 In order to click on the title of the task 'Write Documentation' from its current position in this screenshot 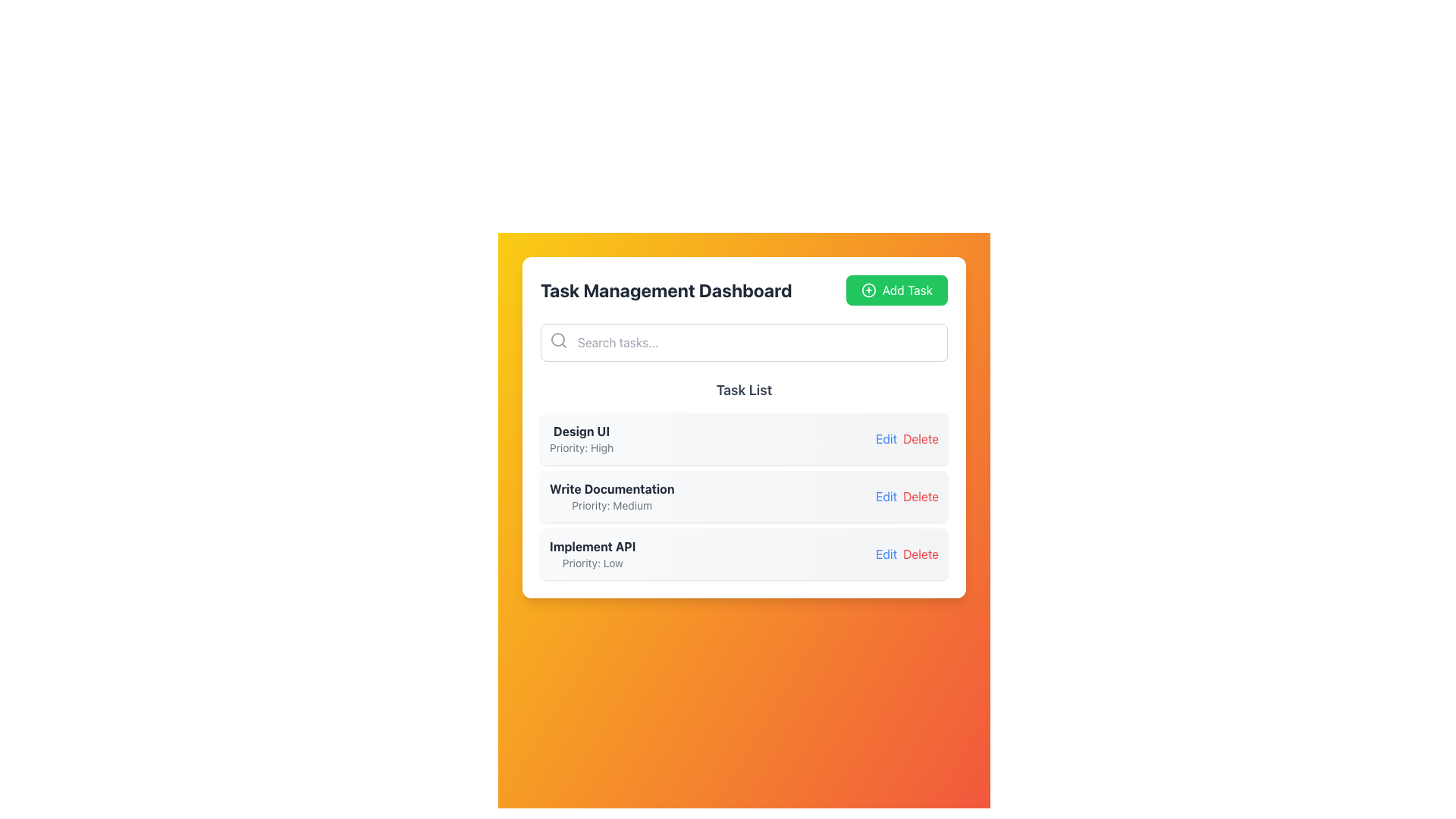, I will do `click(612, 488)`.